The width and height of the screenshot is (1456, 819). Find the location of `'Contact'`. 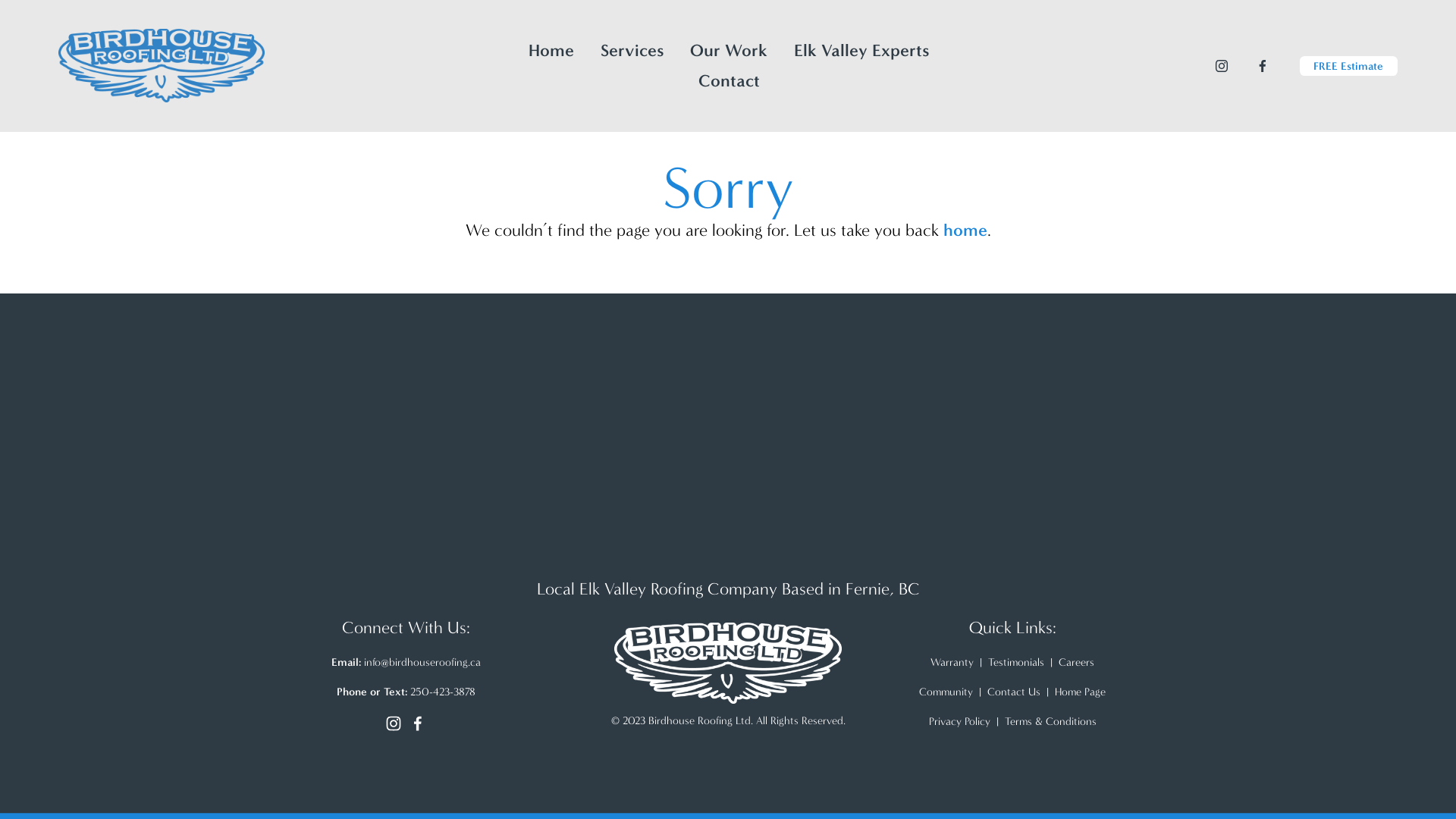

'Contact' is located at coordinates (729, 81).